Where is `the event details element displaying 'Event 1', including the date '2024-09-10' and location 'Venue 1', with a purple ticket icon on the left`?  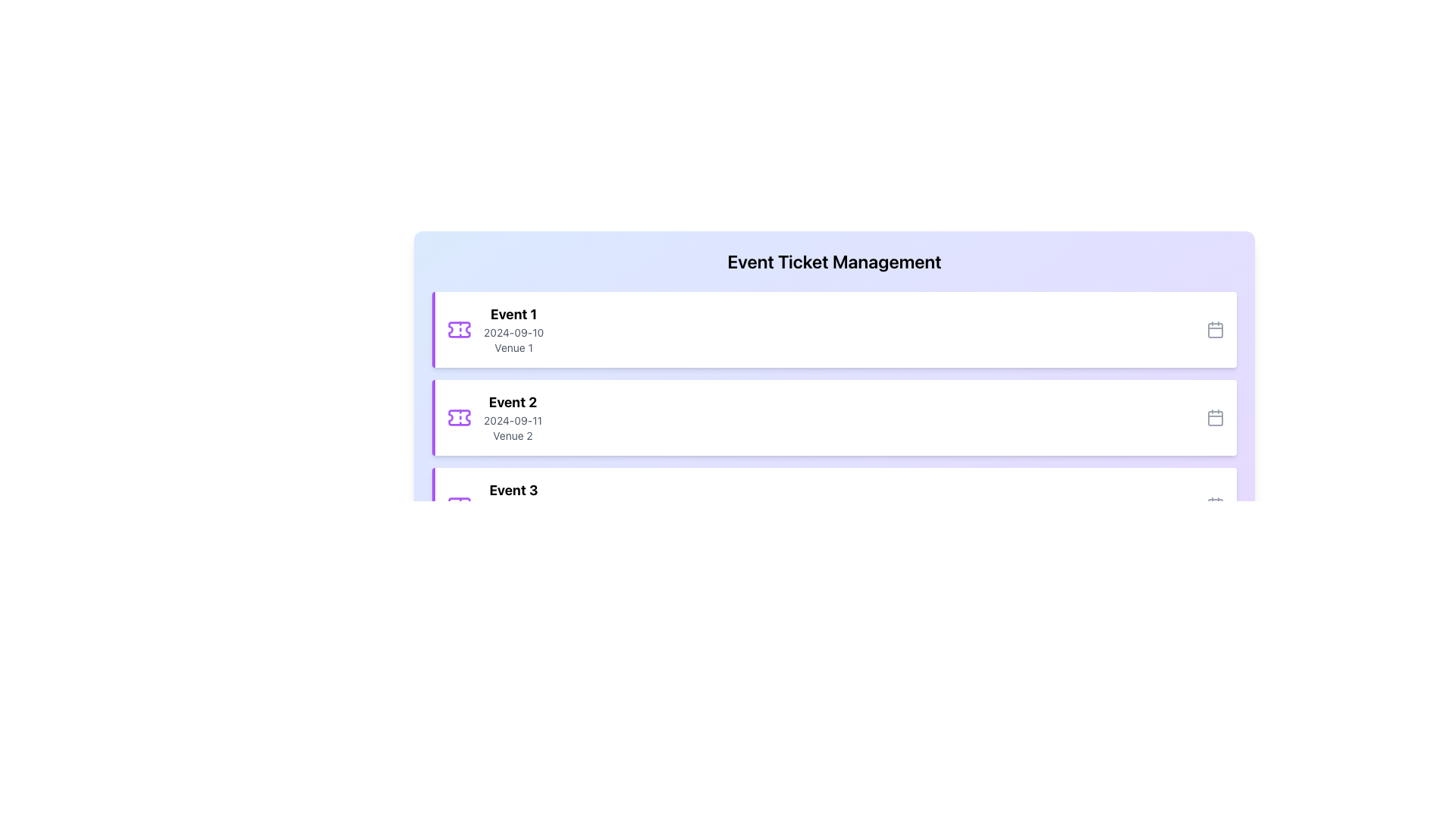 the event details element displaying 'Event 1', including the date '2024-09-10' and location 'Venue 1', with a purple ticket icon on the left is located at coordinates (495, 329).